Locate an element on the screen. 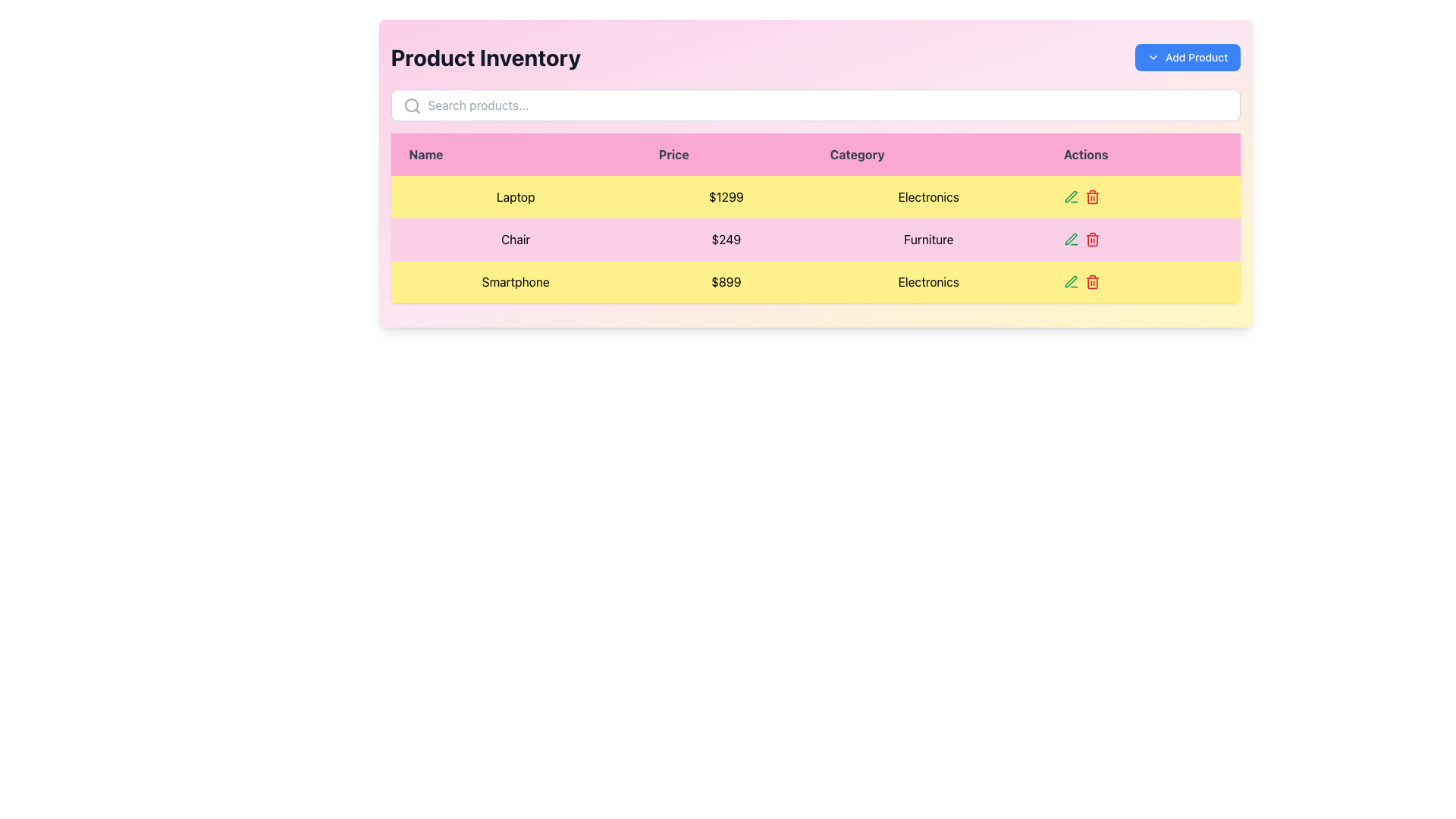 This screenshot has width=1456, height=819. the static text label that describes the category classification 'Chair' in the second row of the table, located between the price '$249' and the 'Actions' column is located at coordinates (927, 239).